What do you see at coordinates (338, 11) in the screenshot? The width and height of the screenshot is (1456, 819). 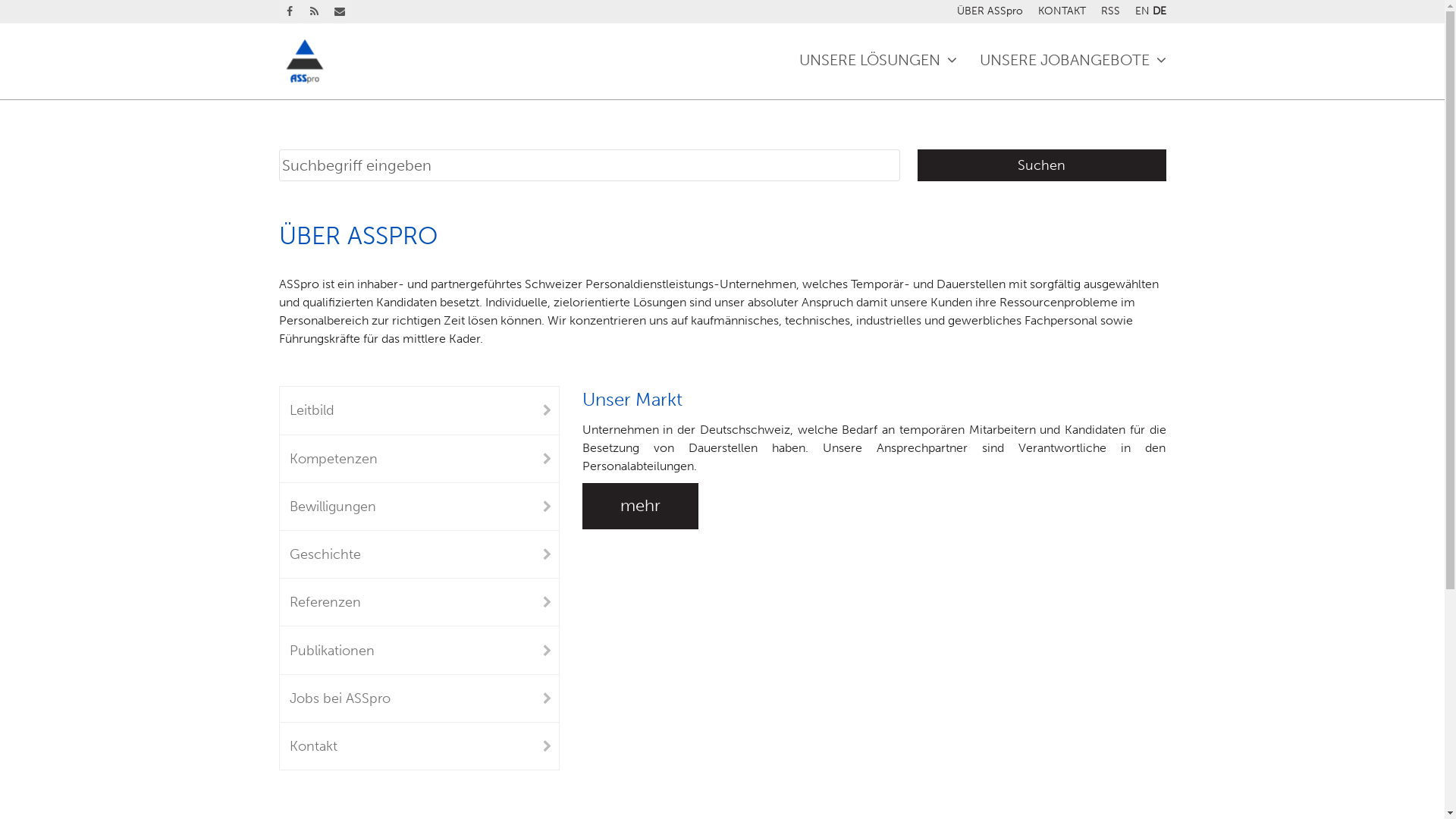 I see `'Email'` at bounding box center [338, 11].